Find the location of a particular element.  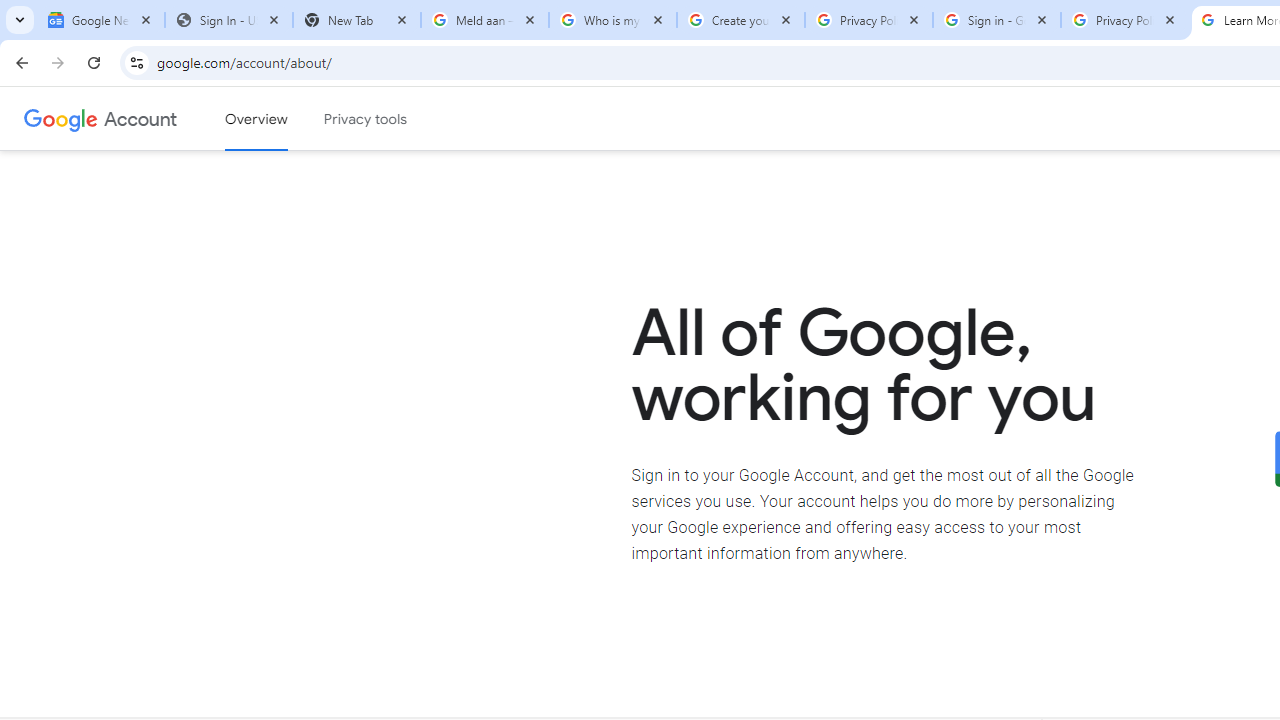

'Create your Google Account' is located at coordinates (740, 20).